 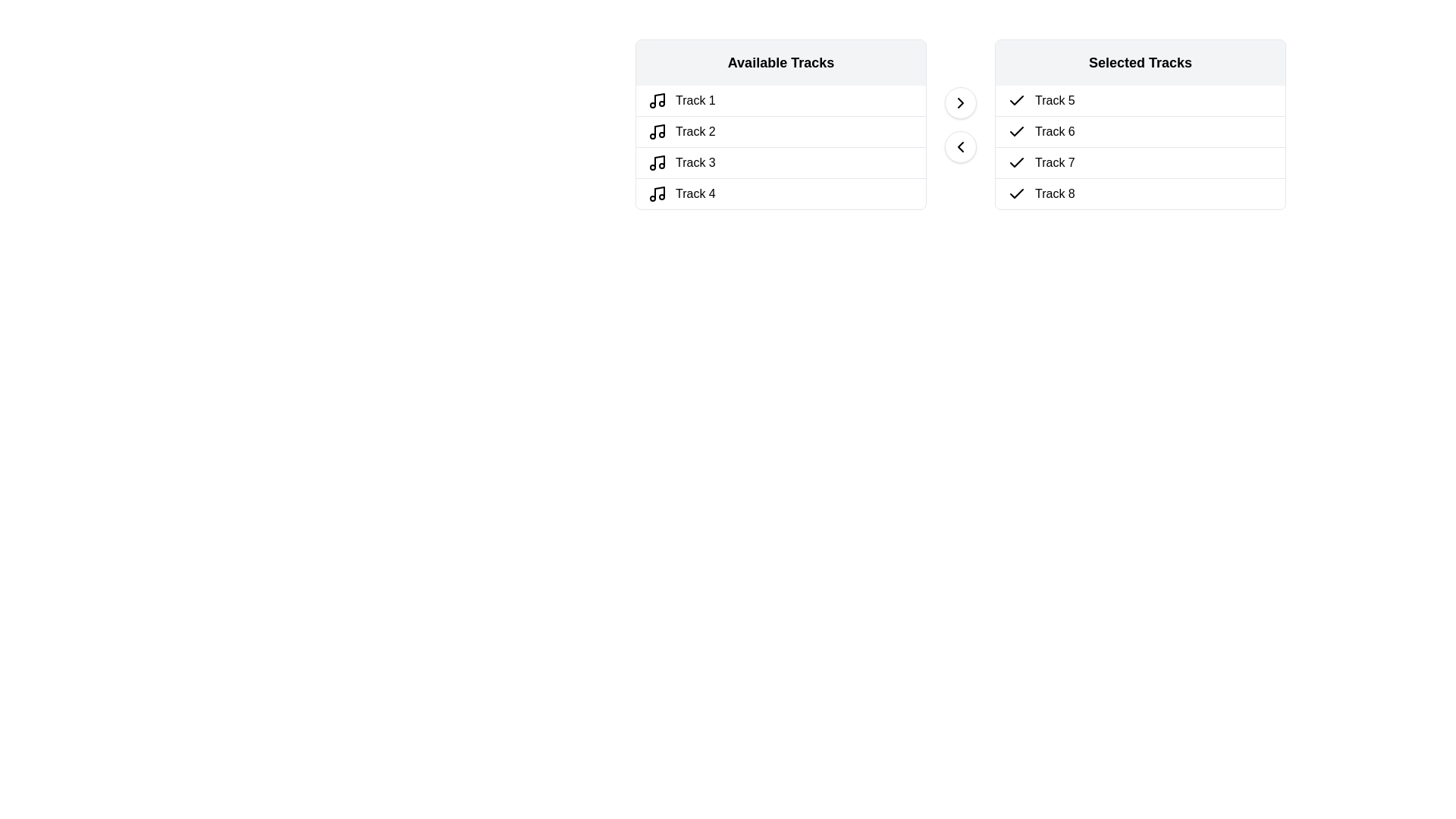 I want to click on the musical note icon located at the beginning of the 'Track 3' row in the 'Available Tracks' list, so click(x=657, y=163).